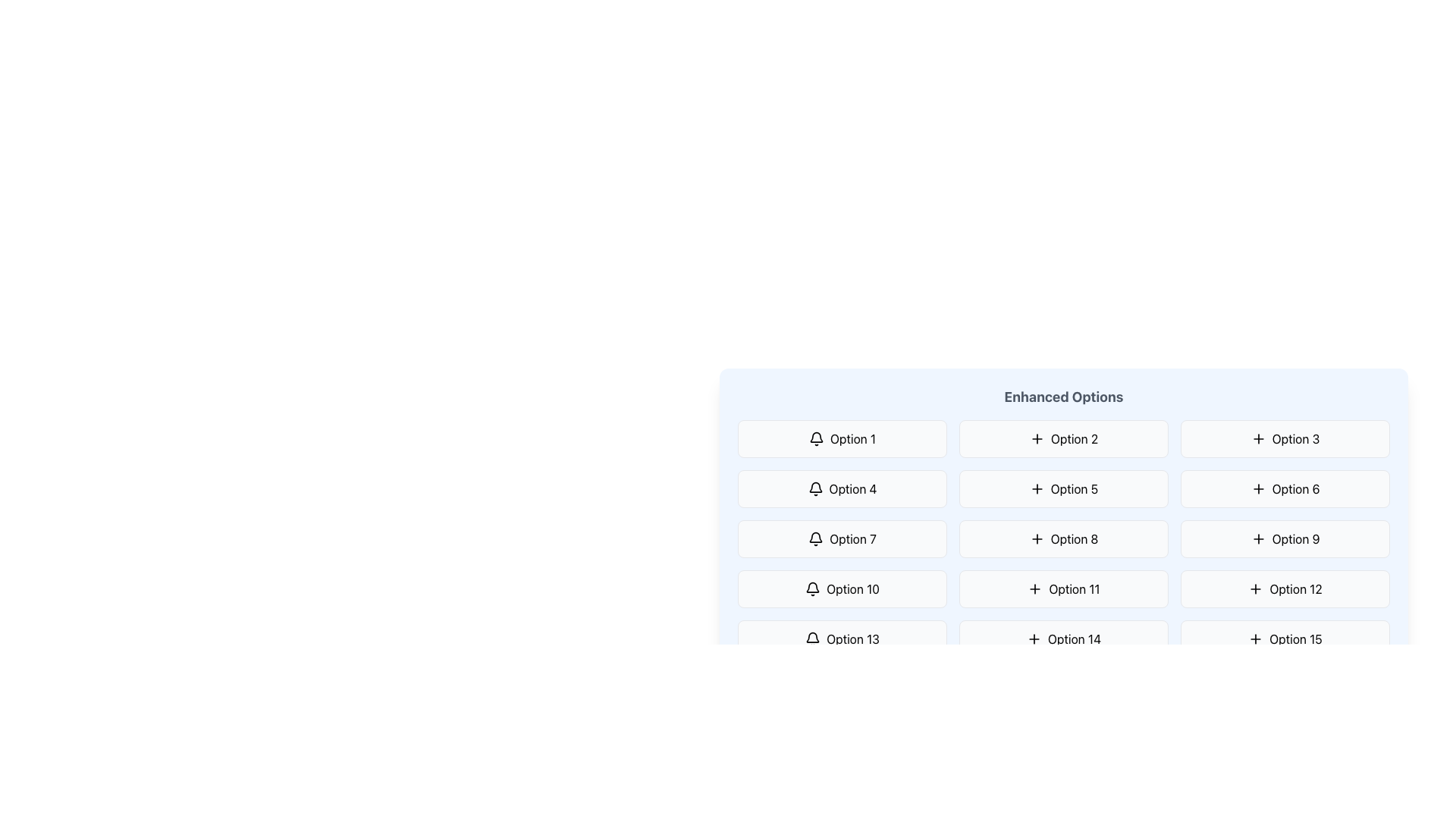 The image size is (1456, 819). What do you see at coordinates (815, 438) in the screenshot?
I see `the outlined bell icon located on the left side of the 'Option 1' button` at bounding box center [815, 438].